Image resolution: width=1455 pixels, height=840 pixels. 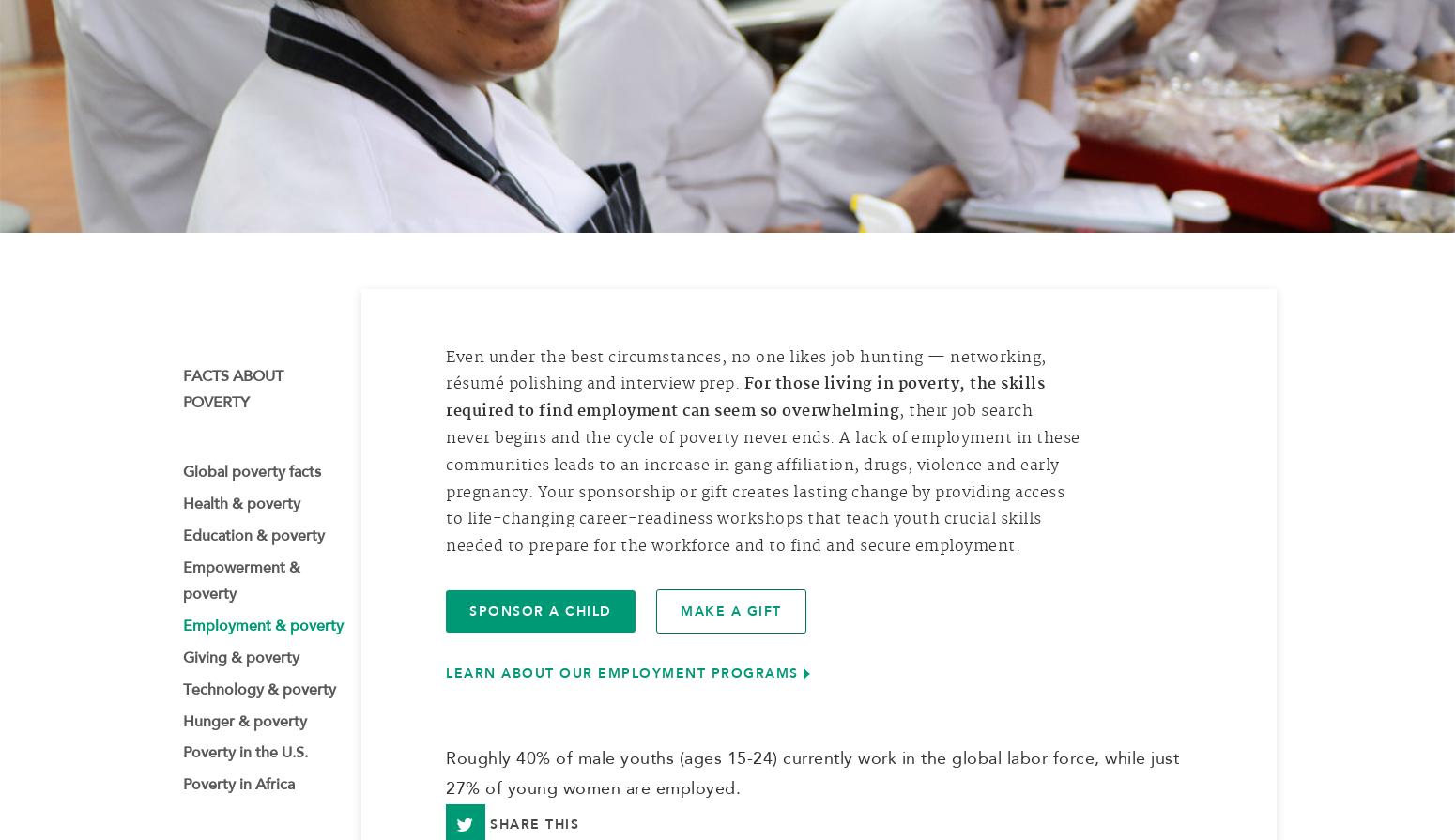 What do you see at coordinates (181, 790) in the screenshot?
I see `'Poverty in Africa'` at bounding box center [181, 790].